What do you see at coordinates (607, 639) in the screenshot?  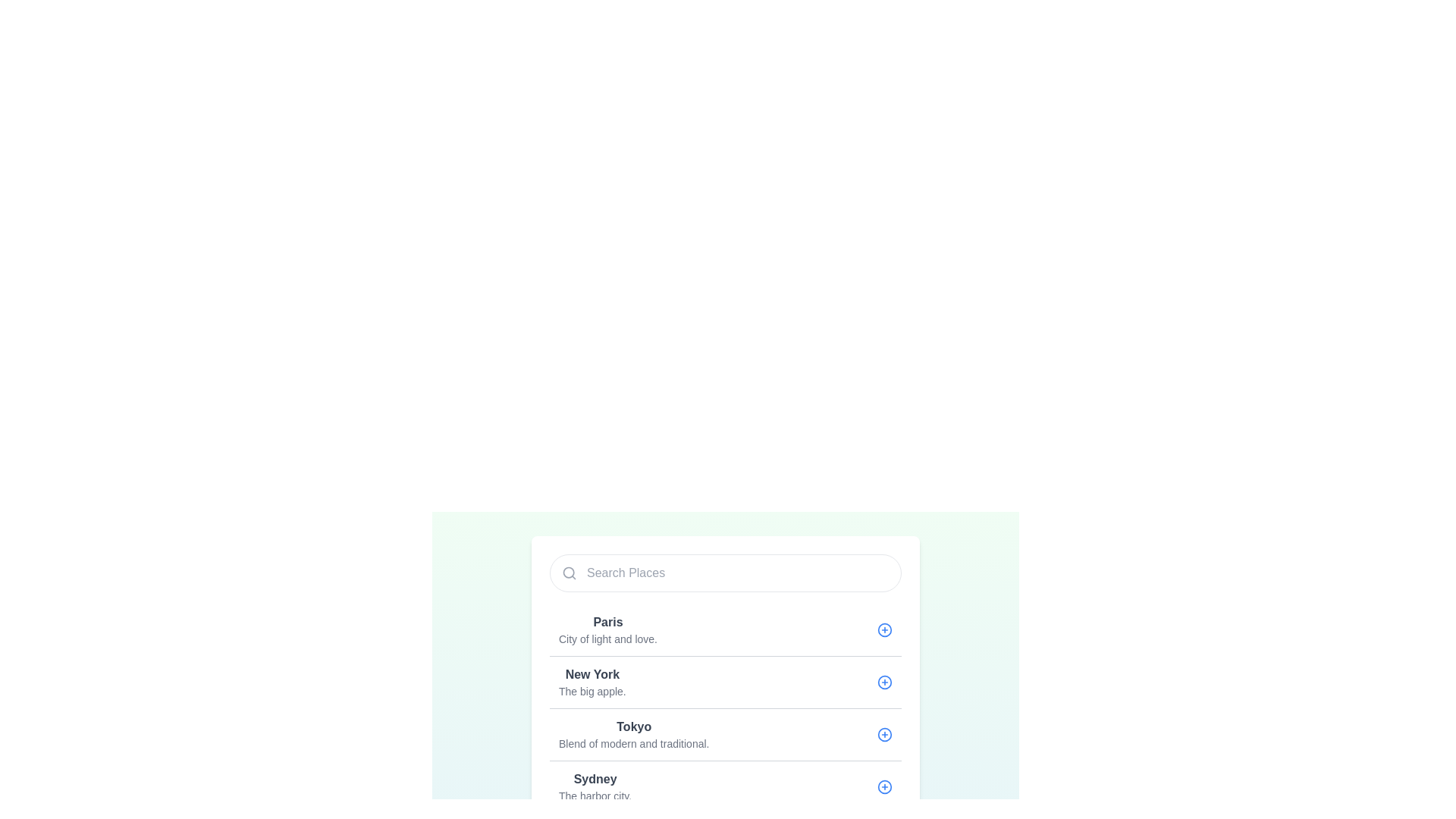 I see `the static text label that provides additional information for the location 'Paris', positioned below the bold 'Paris' label in the top section of a list-like structure` at bounding box center [607, 639].